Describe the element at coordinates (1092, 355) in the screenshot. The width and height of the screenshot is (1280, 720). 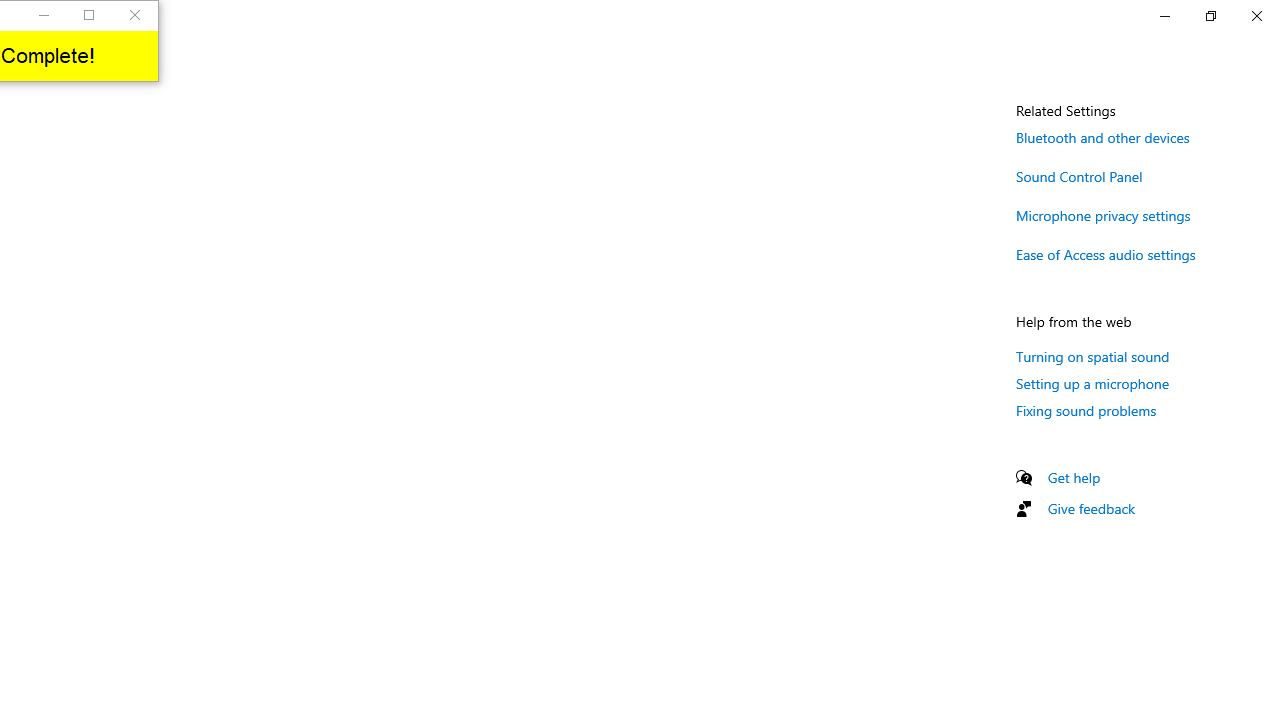
I see `'Turning on spatial sound'` at that location.